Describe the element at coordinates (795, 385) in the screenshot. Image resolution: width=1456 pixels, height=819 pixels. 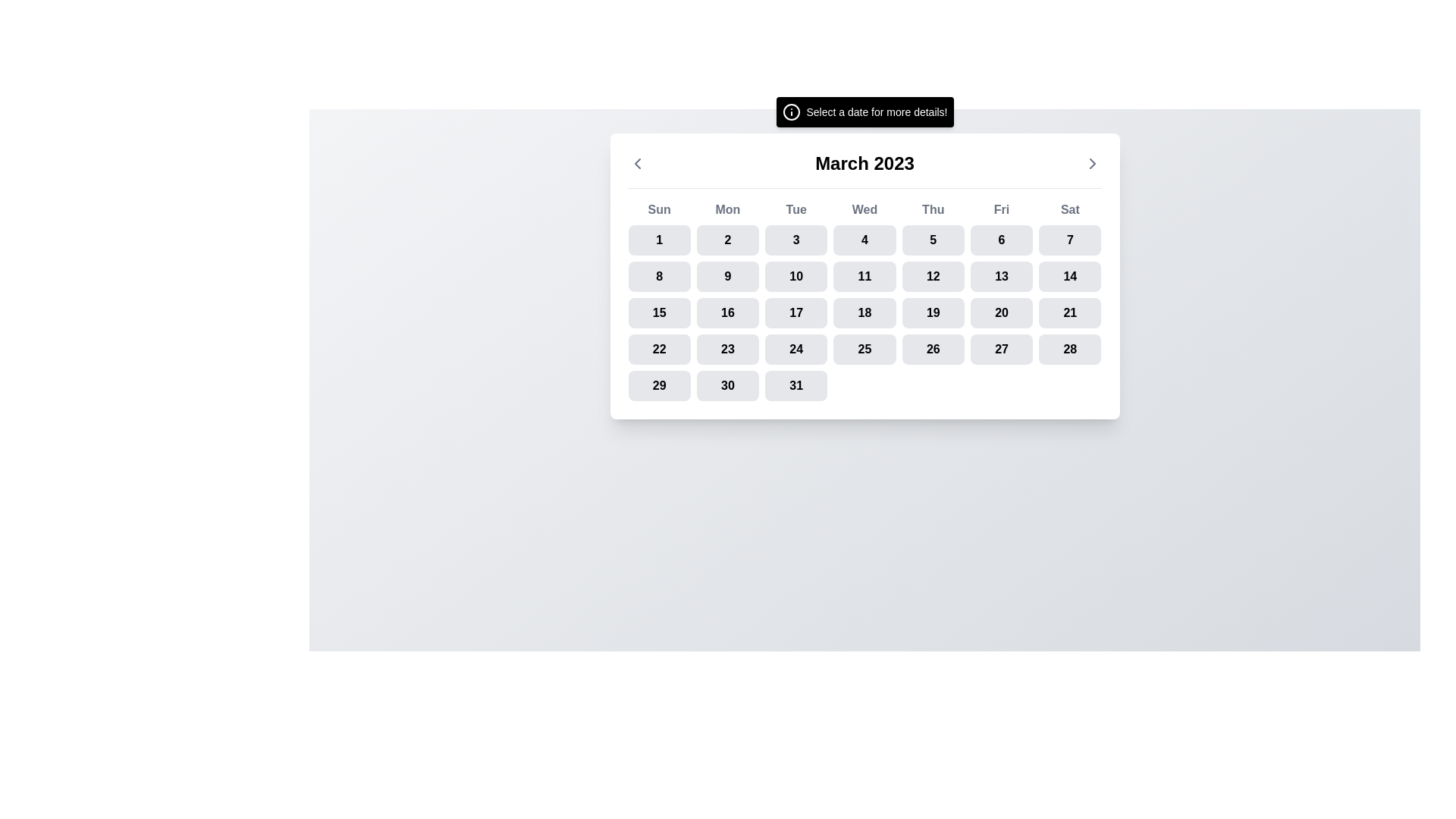
I see `the calendar date '31' button` at that location.